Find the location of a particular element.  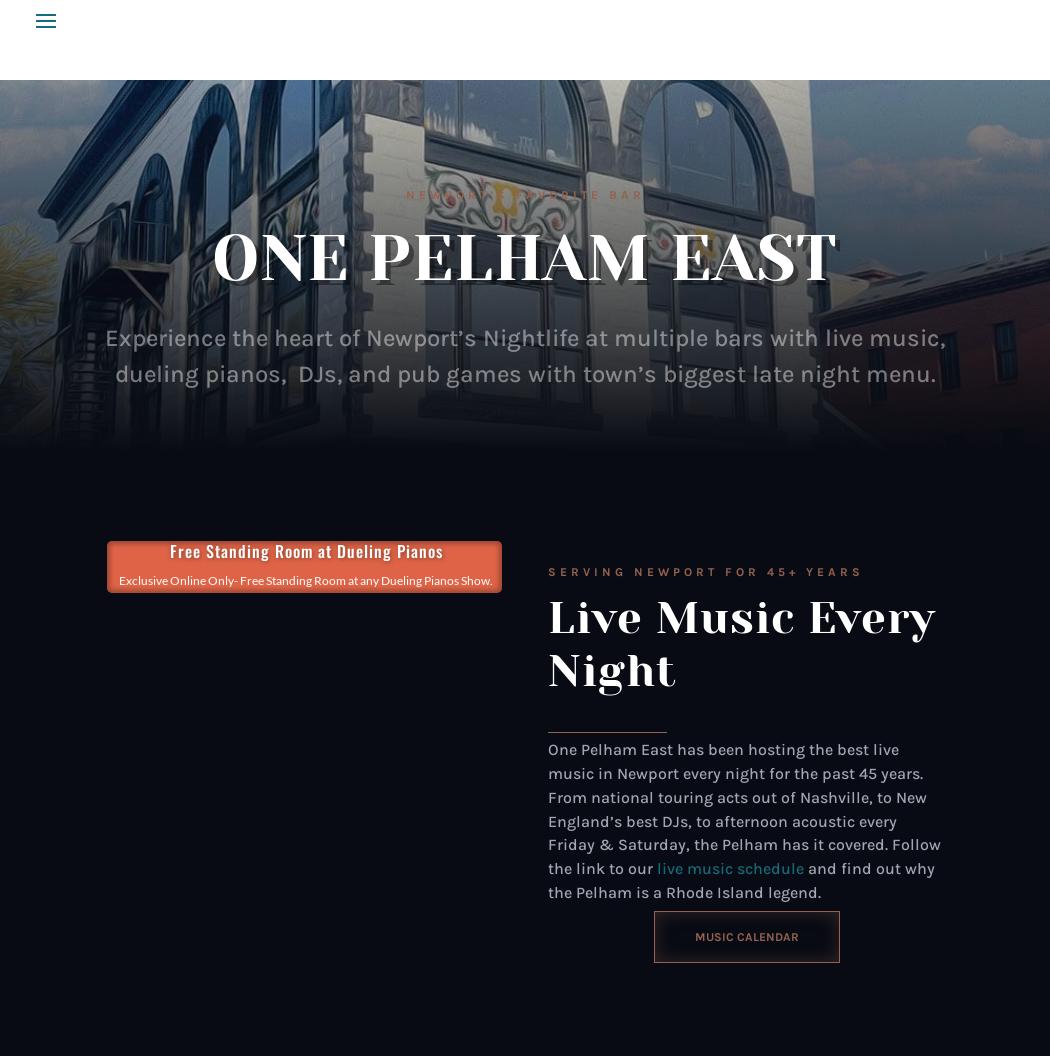

'Exclusive Online Only- Free Standing Room at any Dueling Pianos Show.' is located at coordinates (305, 579).